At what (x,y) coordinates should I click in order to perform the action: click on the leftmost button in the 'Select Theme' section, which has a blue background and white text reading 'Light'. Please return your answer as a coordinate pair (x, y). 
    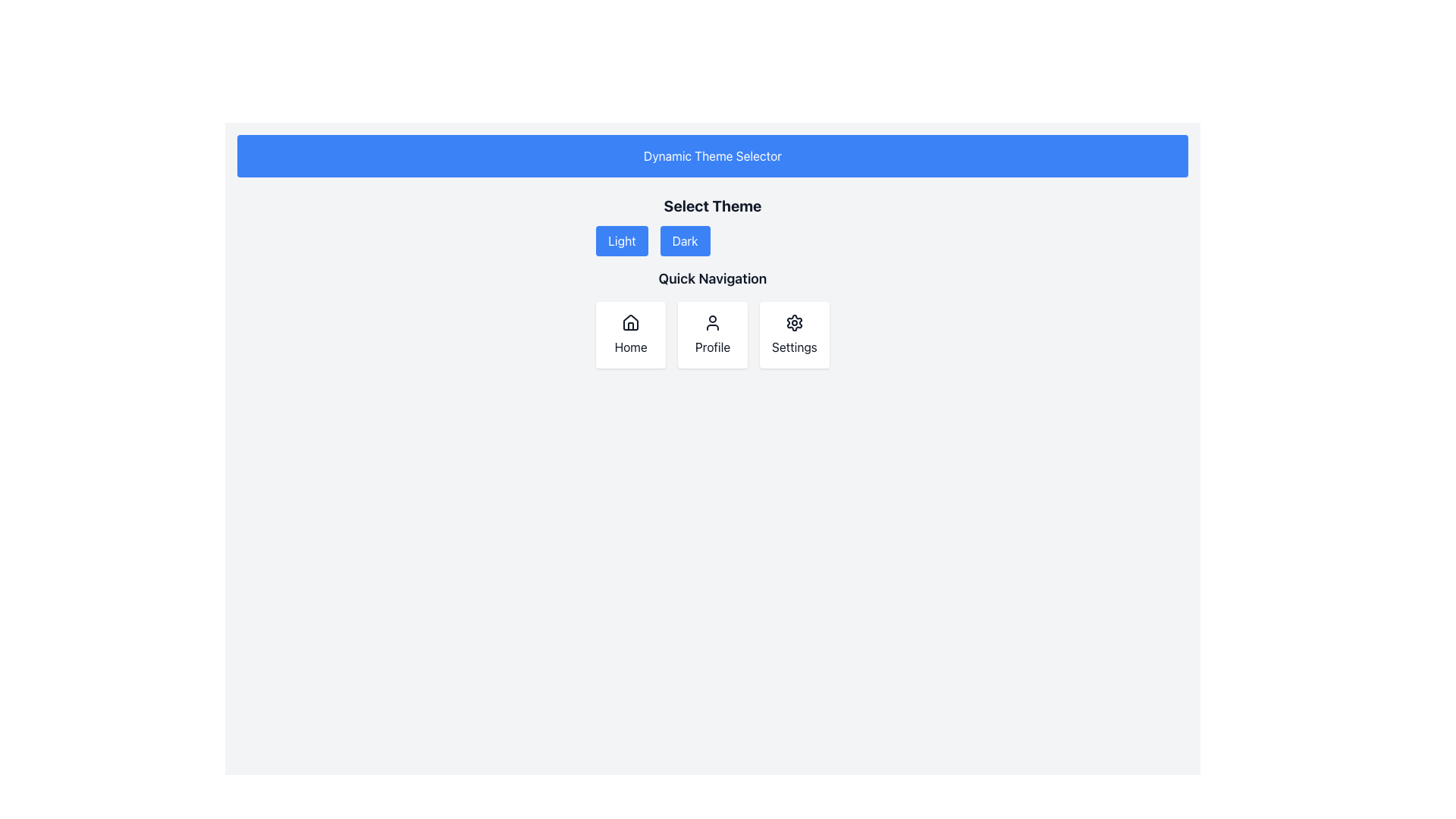
    Looking at the image, I should click on (622, 240).